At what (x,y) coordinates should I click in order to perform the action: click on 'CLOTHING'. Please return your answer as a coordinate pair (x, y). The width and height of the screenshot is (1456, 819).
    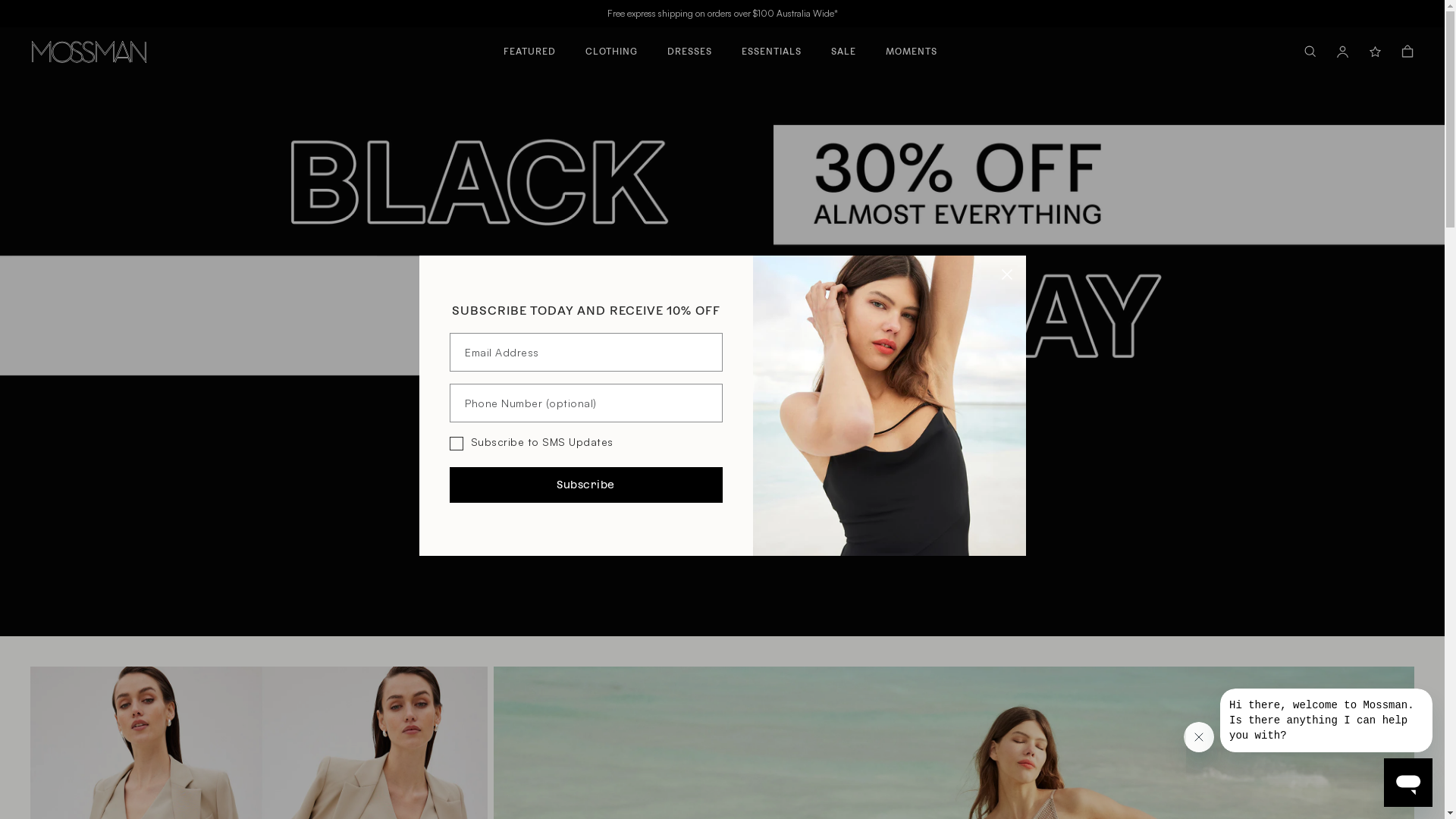
    Looking at the image, I should click on (611, 44).